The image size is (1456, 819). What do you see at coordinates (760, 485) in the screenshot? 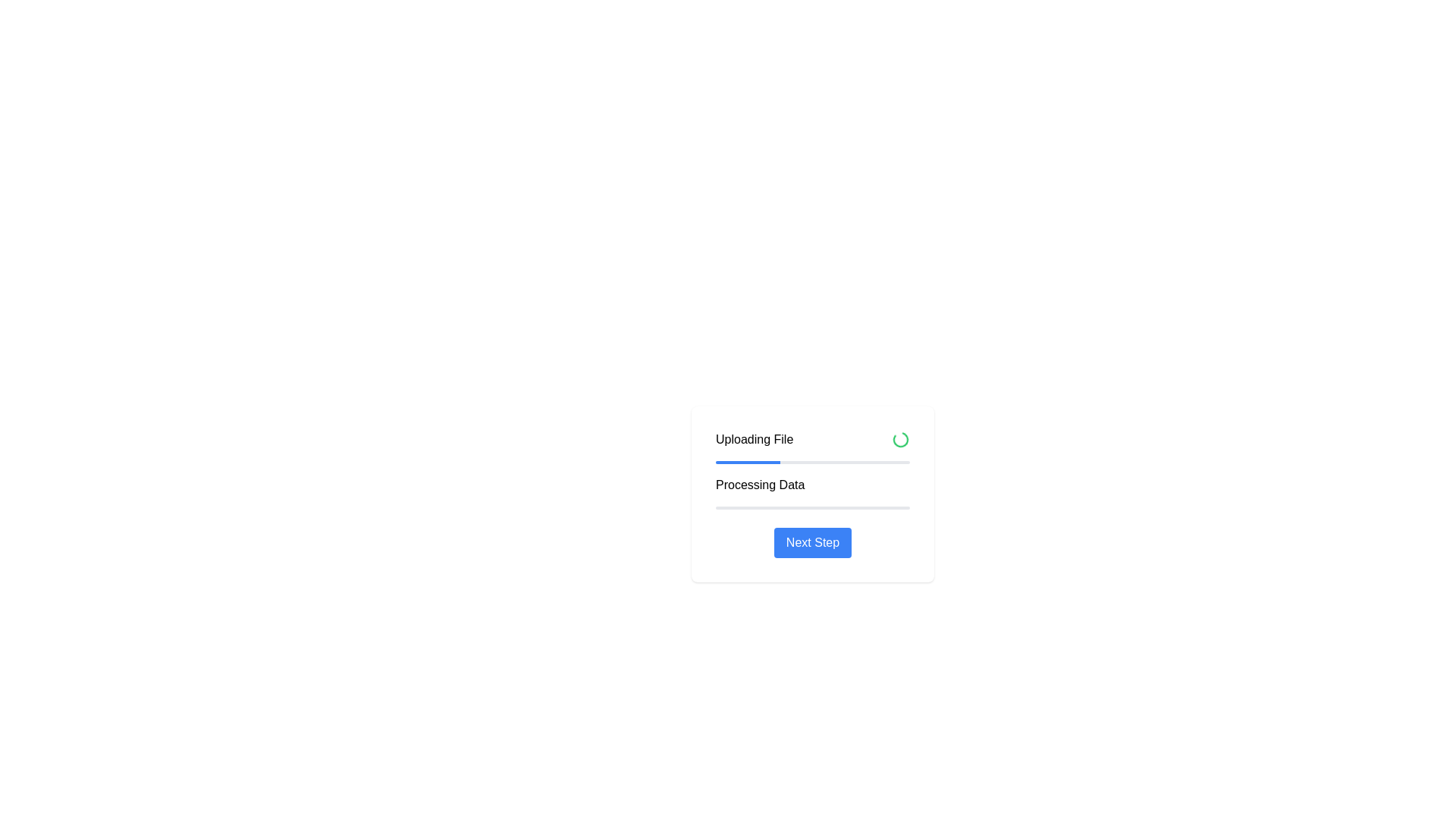
I see `status indicator text label located centrally aligned below the progress bar and above the 'Next Step' button, which communicates the system's current processing status` at bounding box center [760, 485].